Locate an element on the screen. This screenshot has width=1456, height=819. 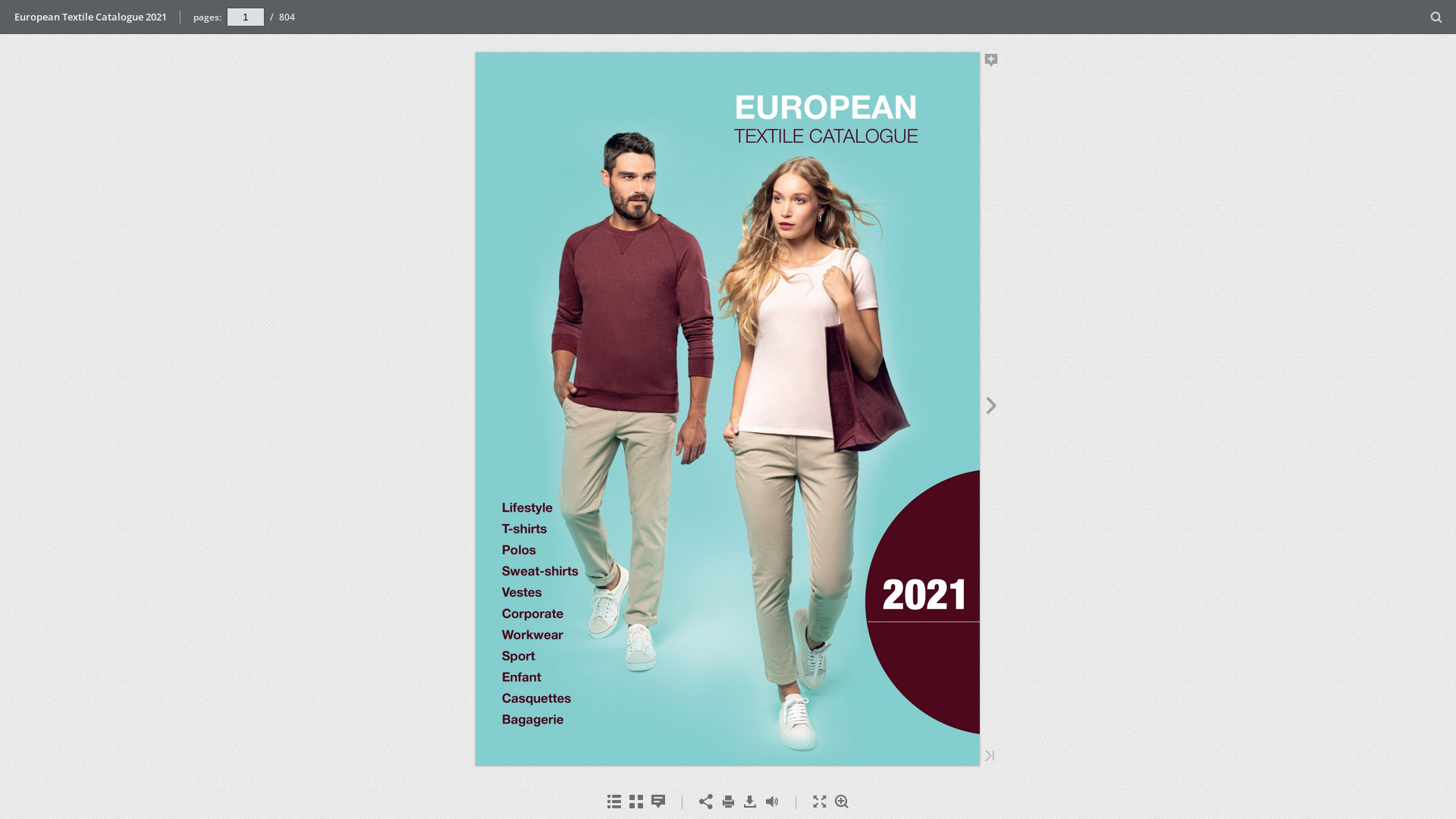
'Toggle Sound' is located at coordinates (772, 801).